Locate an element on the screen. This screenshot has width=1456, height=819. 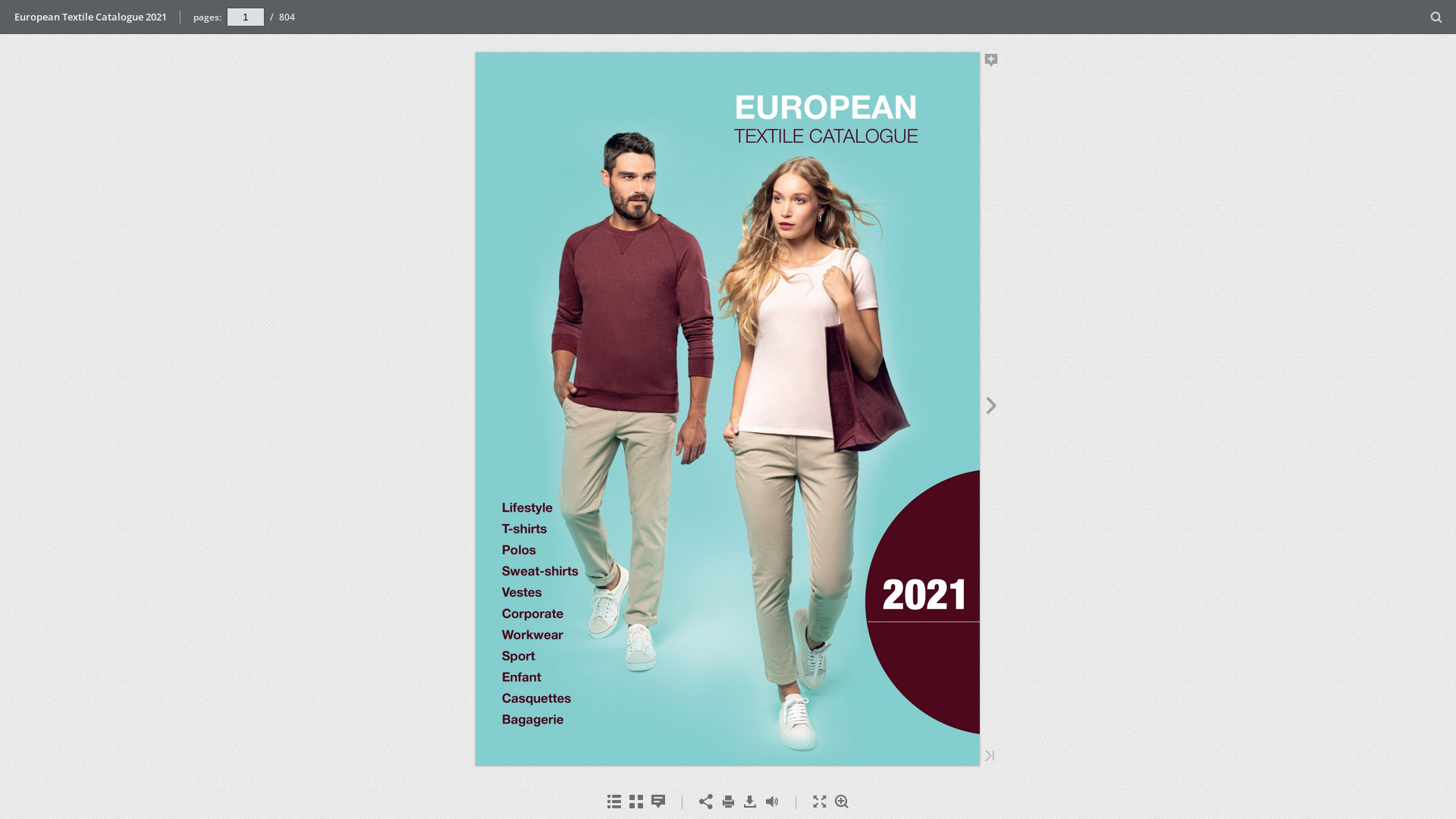
'Toggle Sound' is located at coordinates (772, 801).